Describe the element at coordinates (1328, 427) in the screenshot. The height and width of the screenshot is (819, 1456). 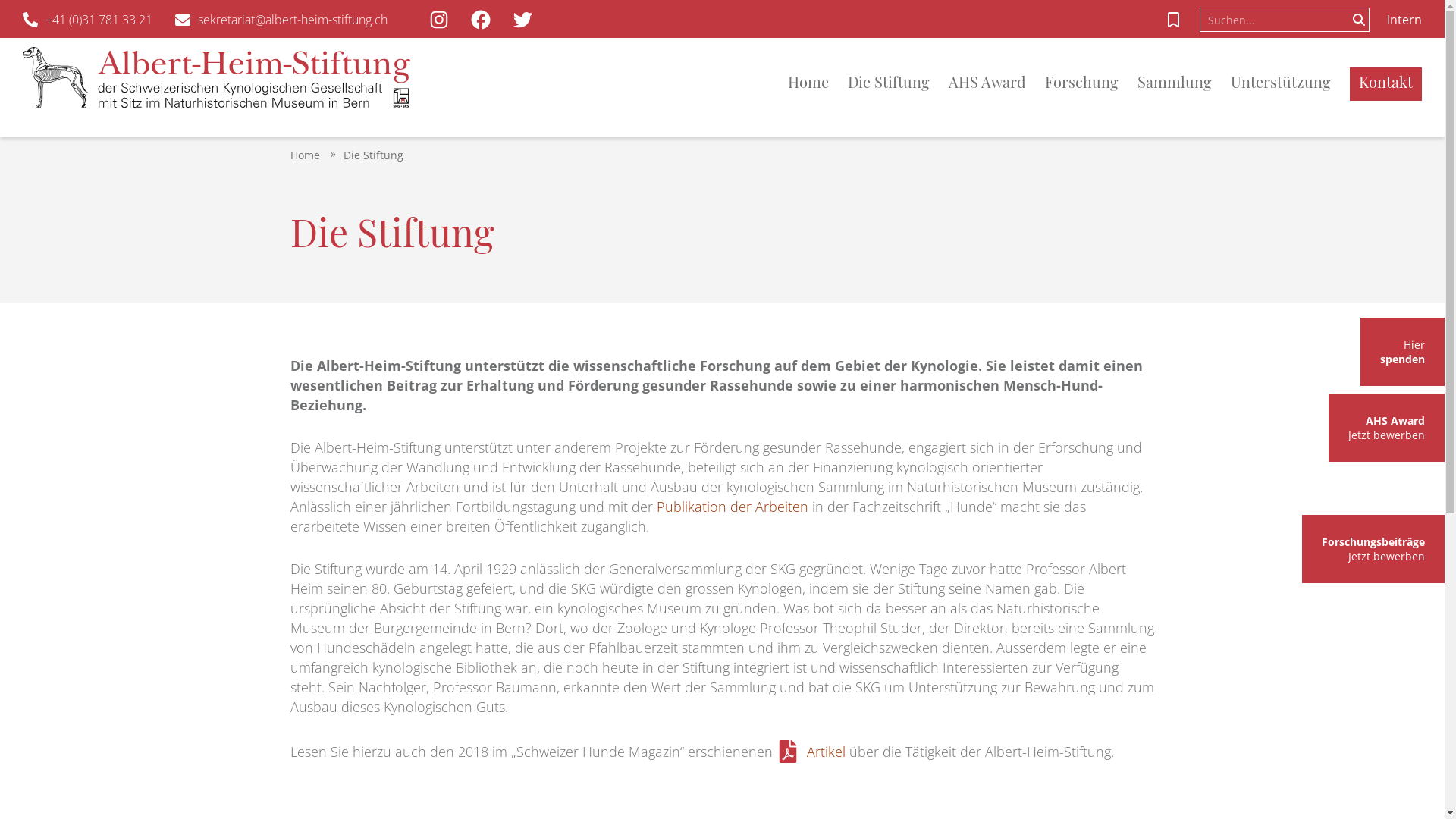
I see `'AHS Award` at that location.